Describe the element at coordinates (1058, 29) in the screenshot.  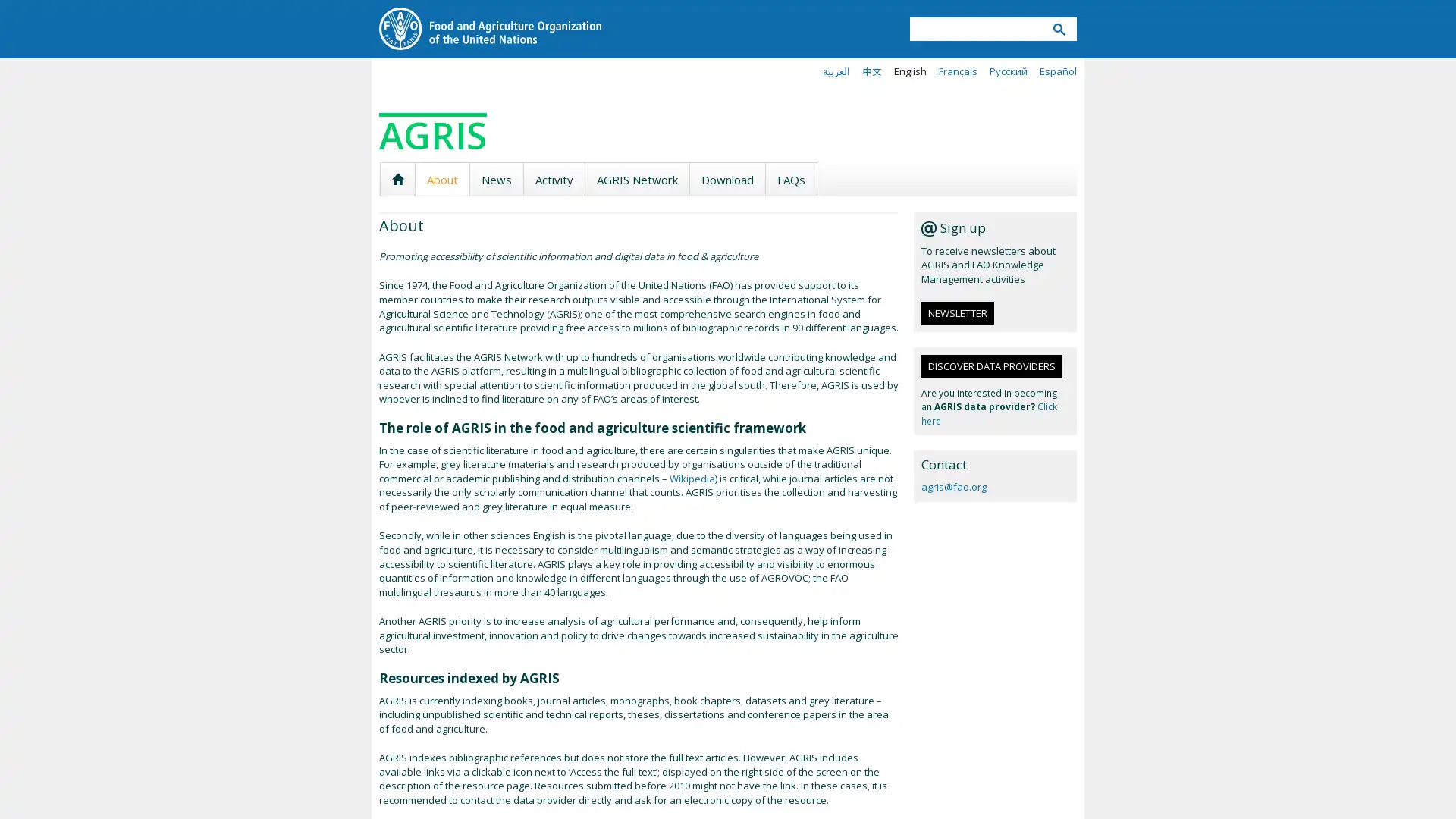
I see `search` at that location.